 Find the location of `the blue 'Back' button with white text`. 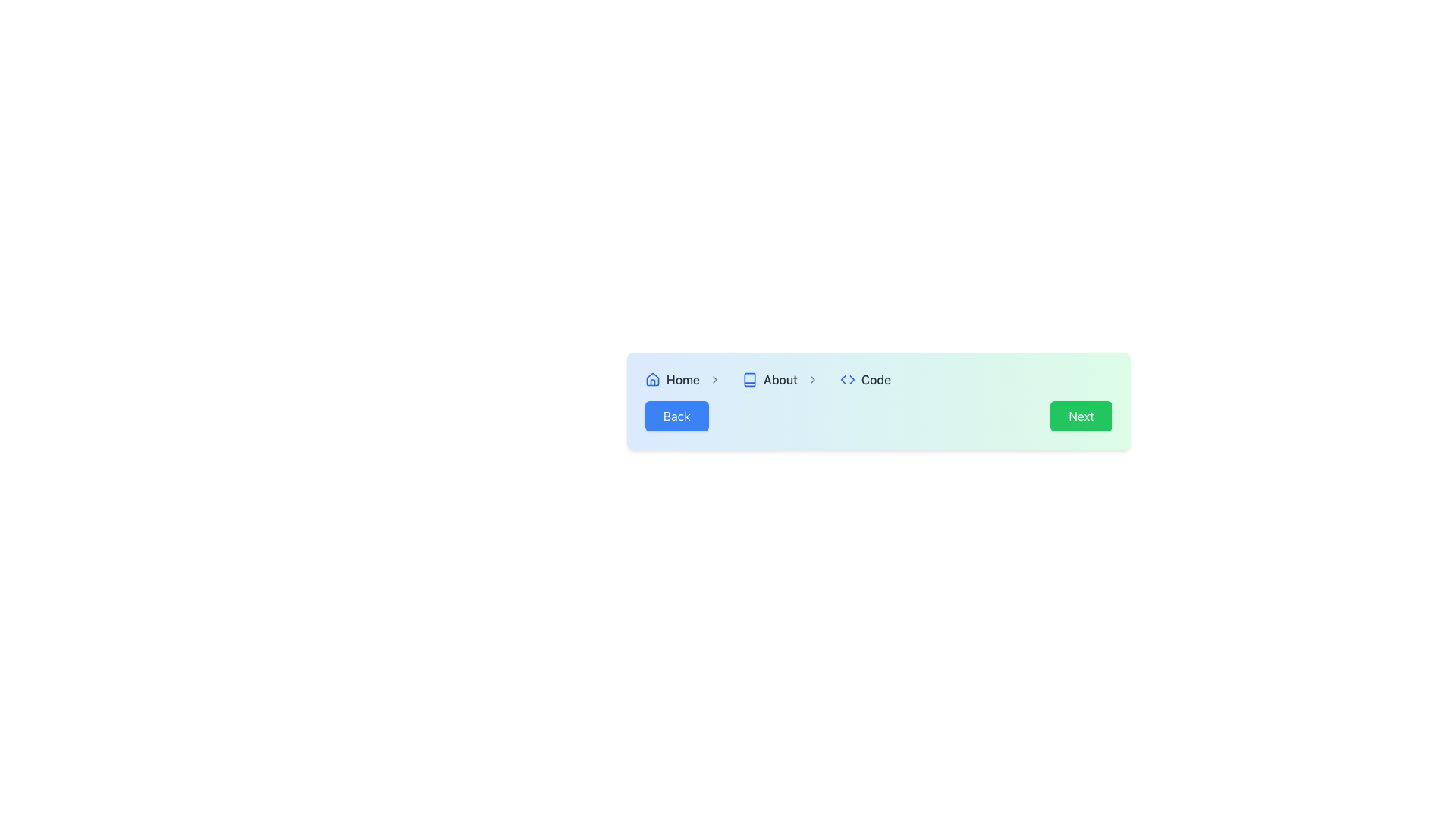

the blue 'Back' button with white text is located at coordinates (676, 416).